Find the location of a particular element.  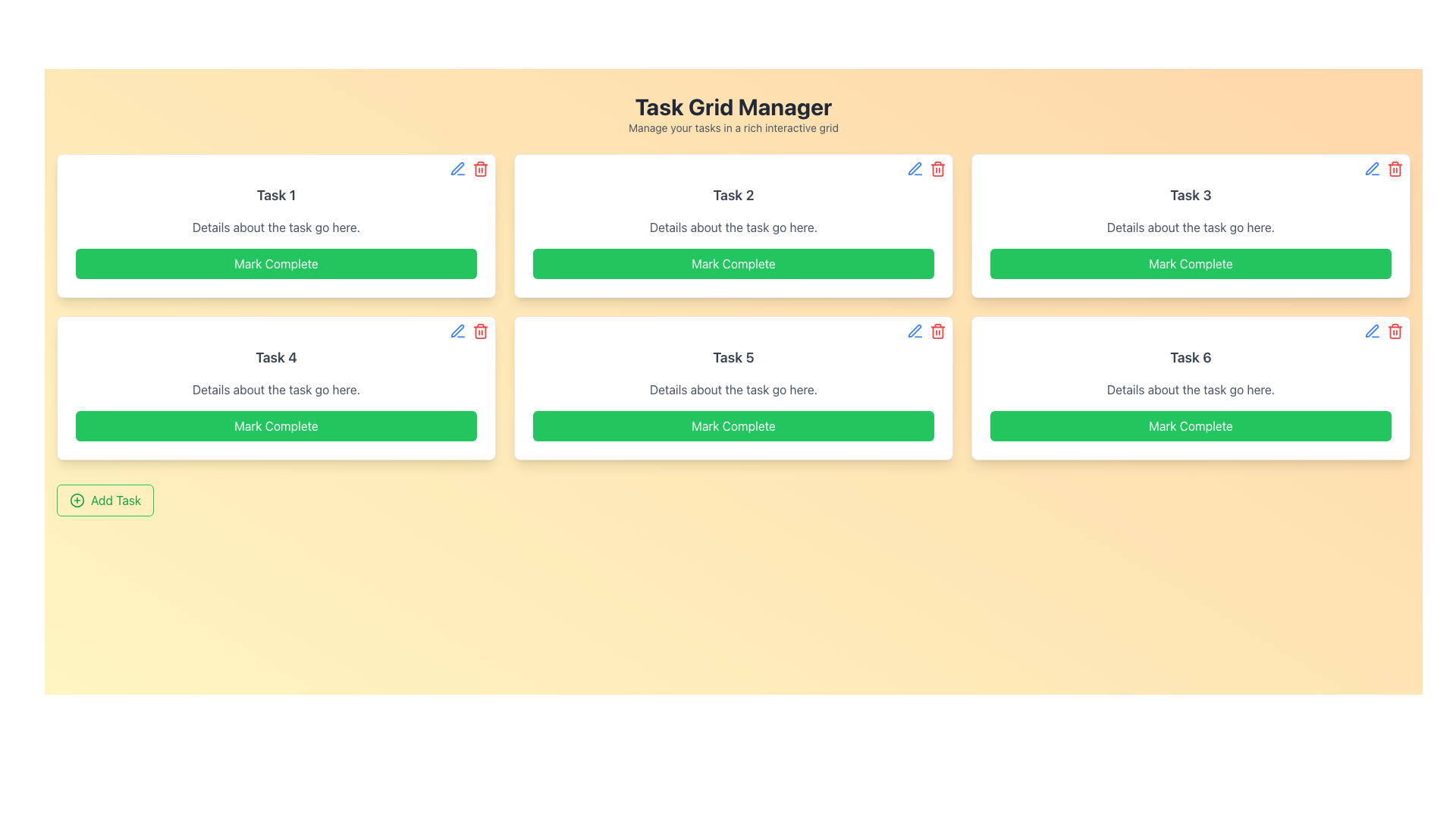

the blue pen-shaped edit button located at the top-right corner of the 'Task 1' card is located at coordinates (457, 169).